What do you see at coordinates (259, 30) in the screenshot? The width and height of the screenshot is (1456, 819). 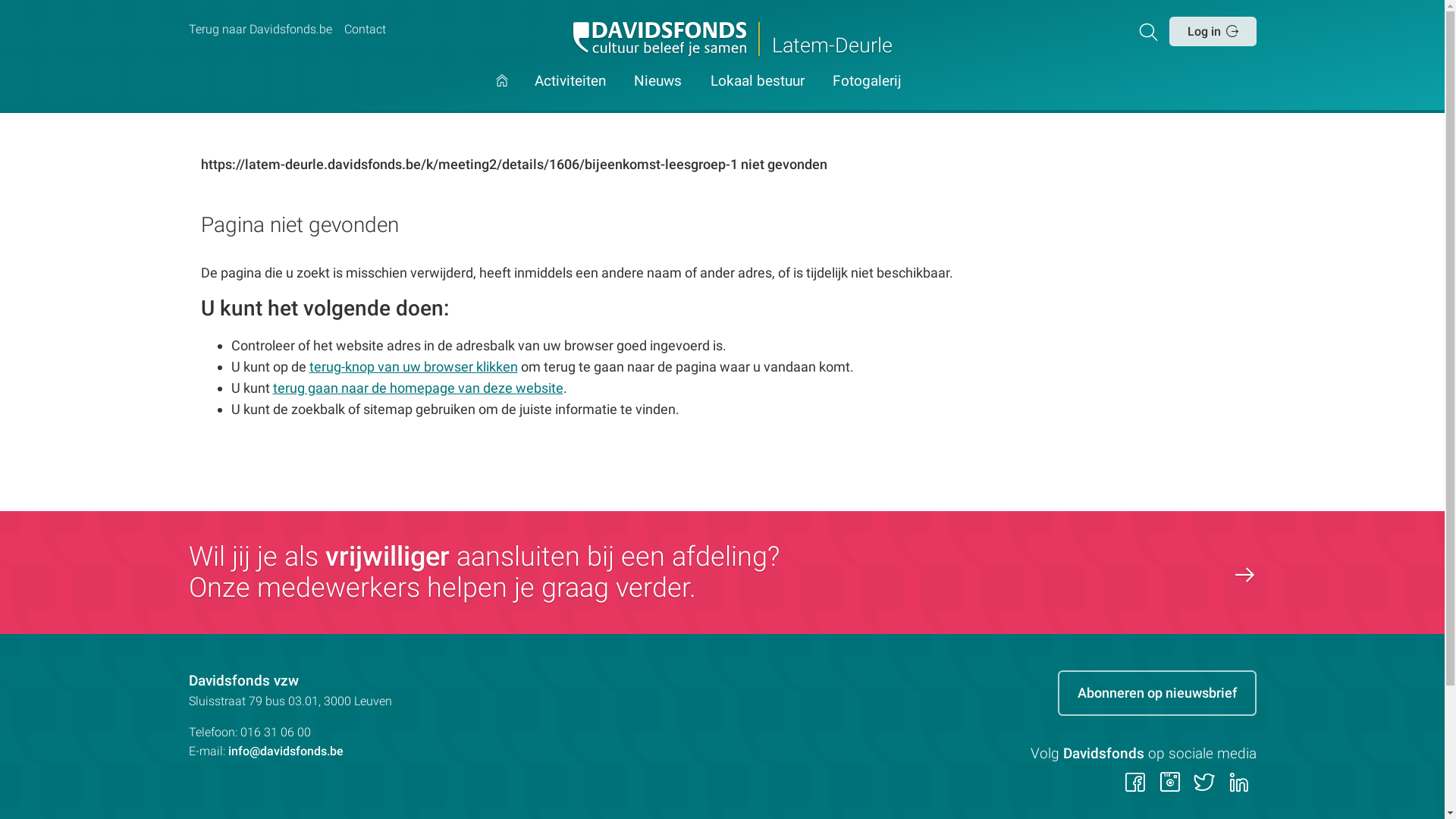 I see `'Terug naar Davidsfonds.be'` at bounding box center [259, 30].